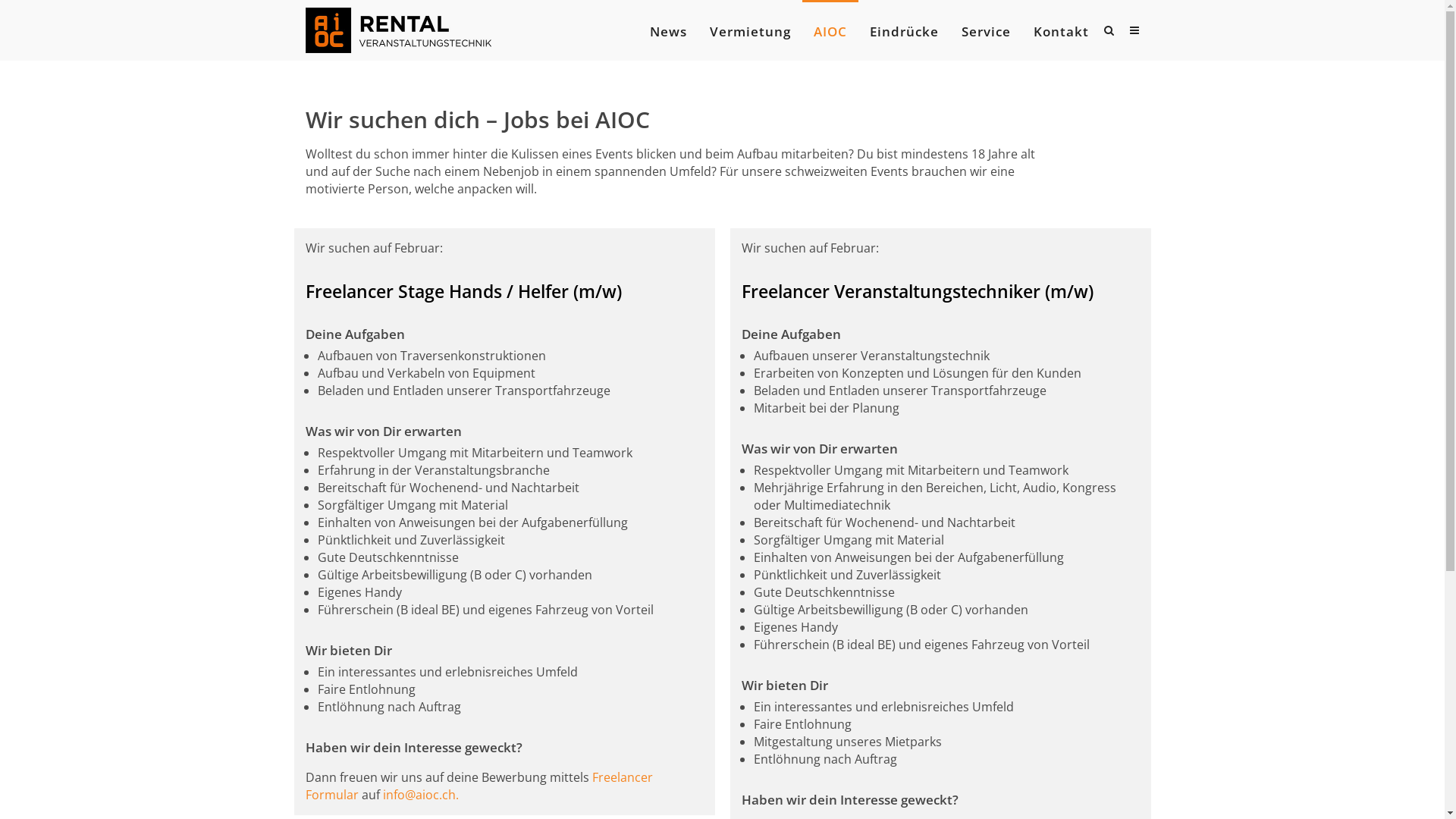 This screenshot has width=1456, height=819. I want to click on 'Freelancer Formular', so click(477, 785).